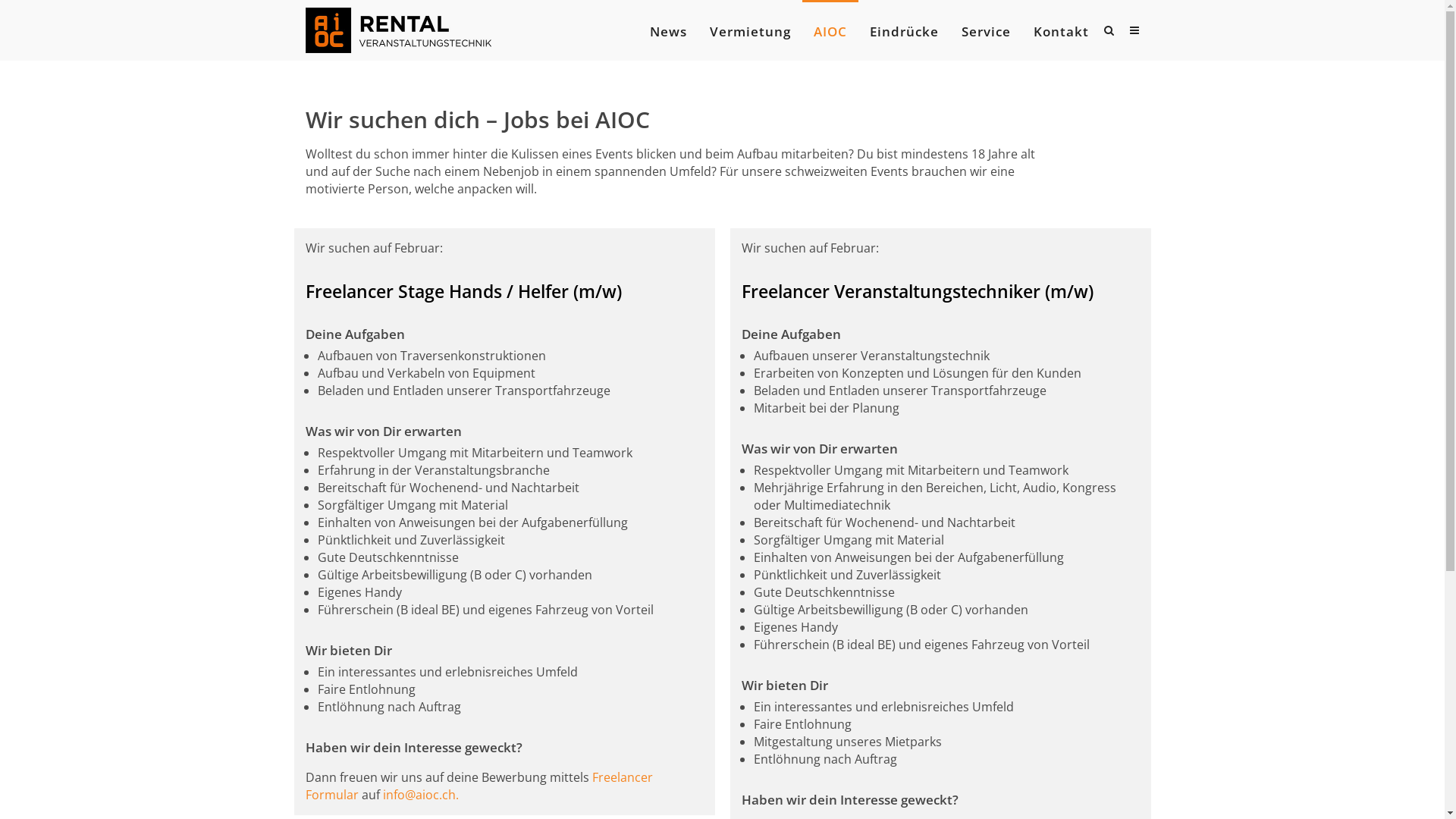 This screenshot has width=1456, height=819. I want to click on 'Freelancer Formular', so click(477, 785).